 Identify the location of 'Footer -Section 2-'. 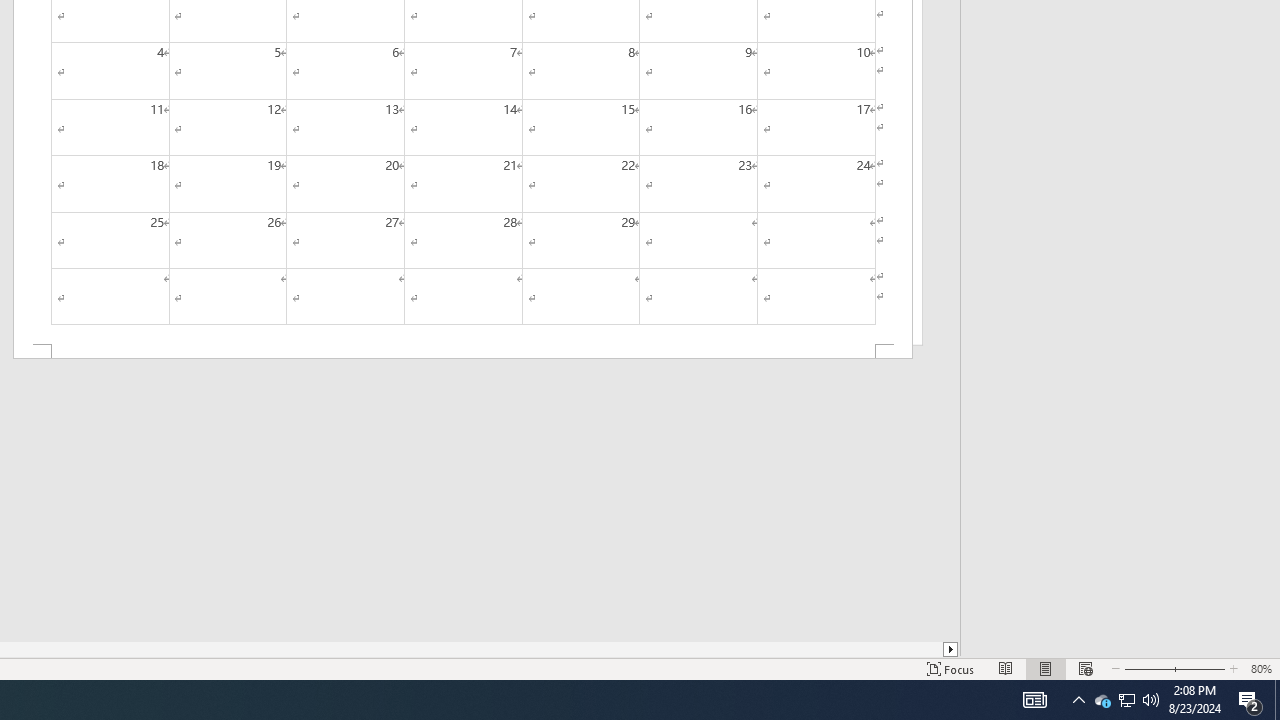
(461, 350).